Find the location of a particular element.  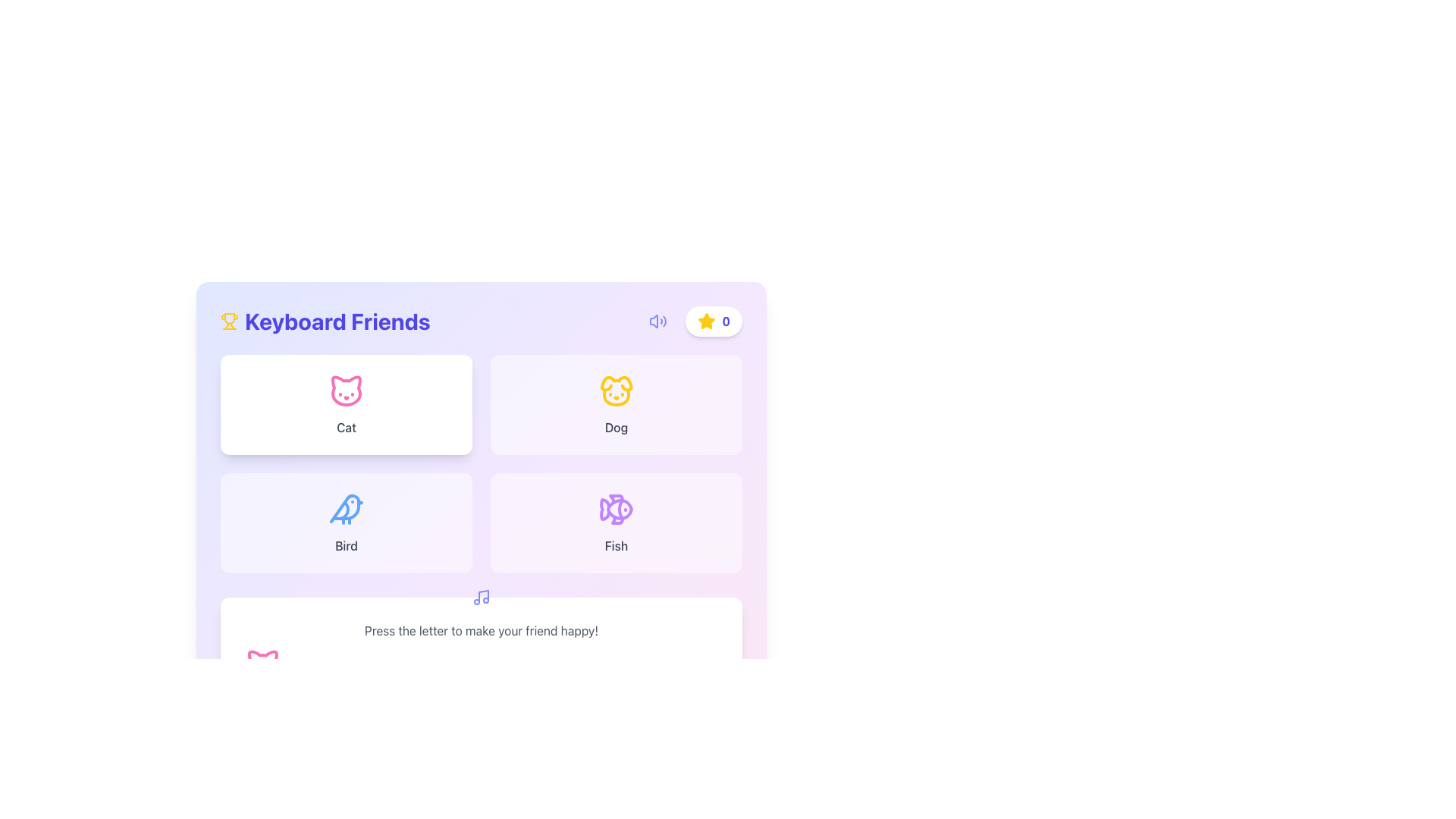

the text label displaying 'Fish' in gray color, located centrally below the fish icon in the bottom-right card of the grid layout is located at coordinates (616, 546).